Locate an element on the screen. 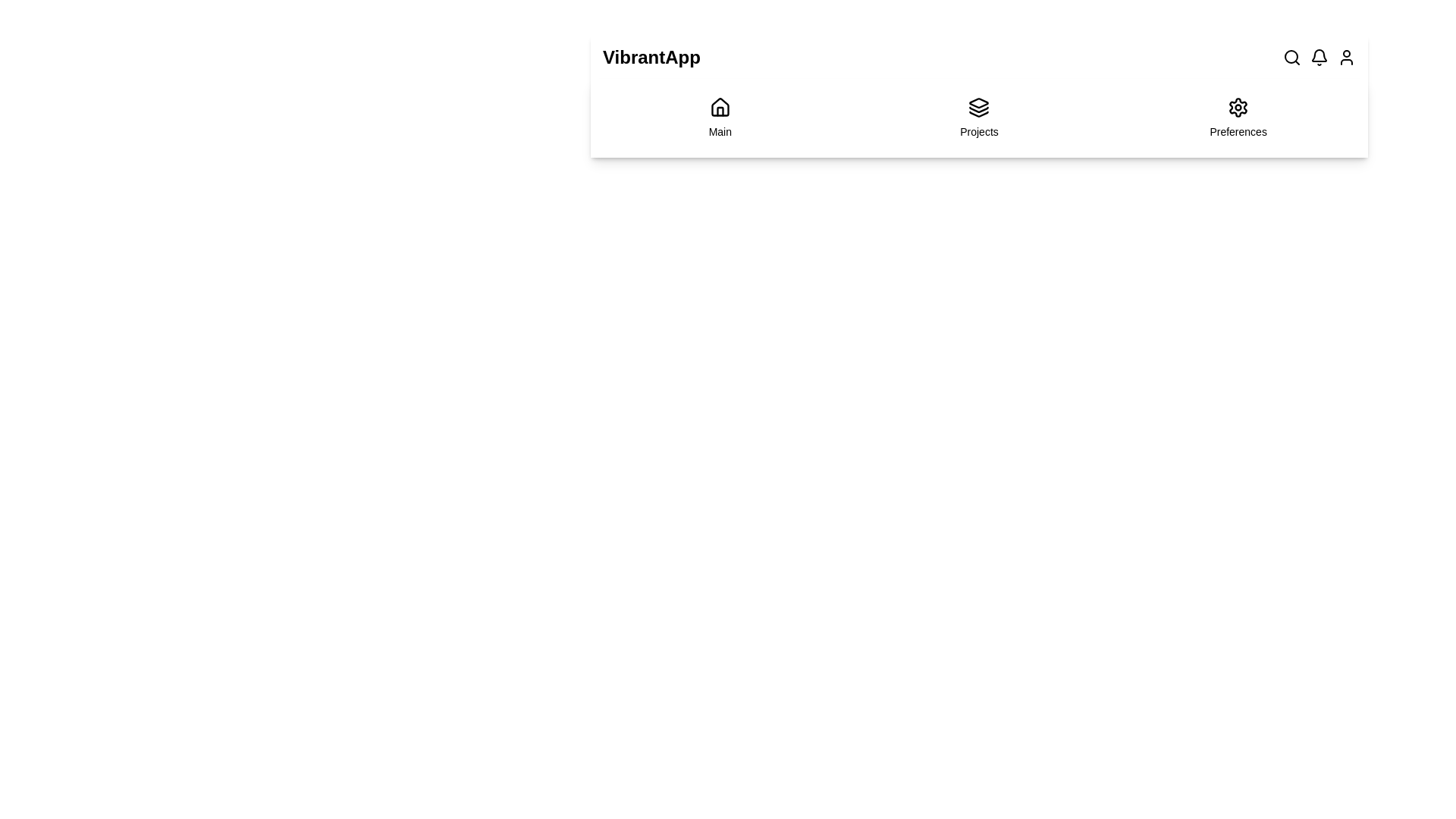  the 'Main' navigation item to navigate to the main page is located at coordinates (719, 117).